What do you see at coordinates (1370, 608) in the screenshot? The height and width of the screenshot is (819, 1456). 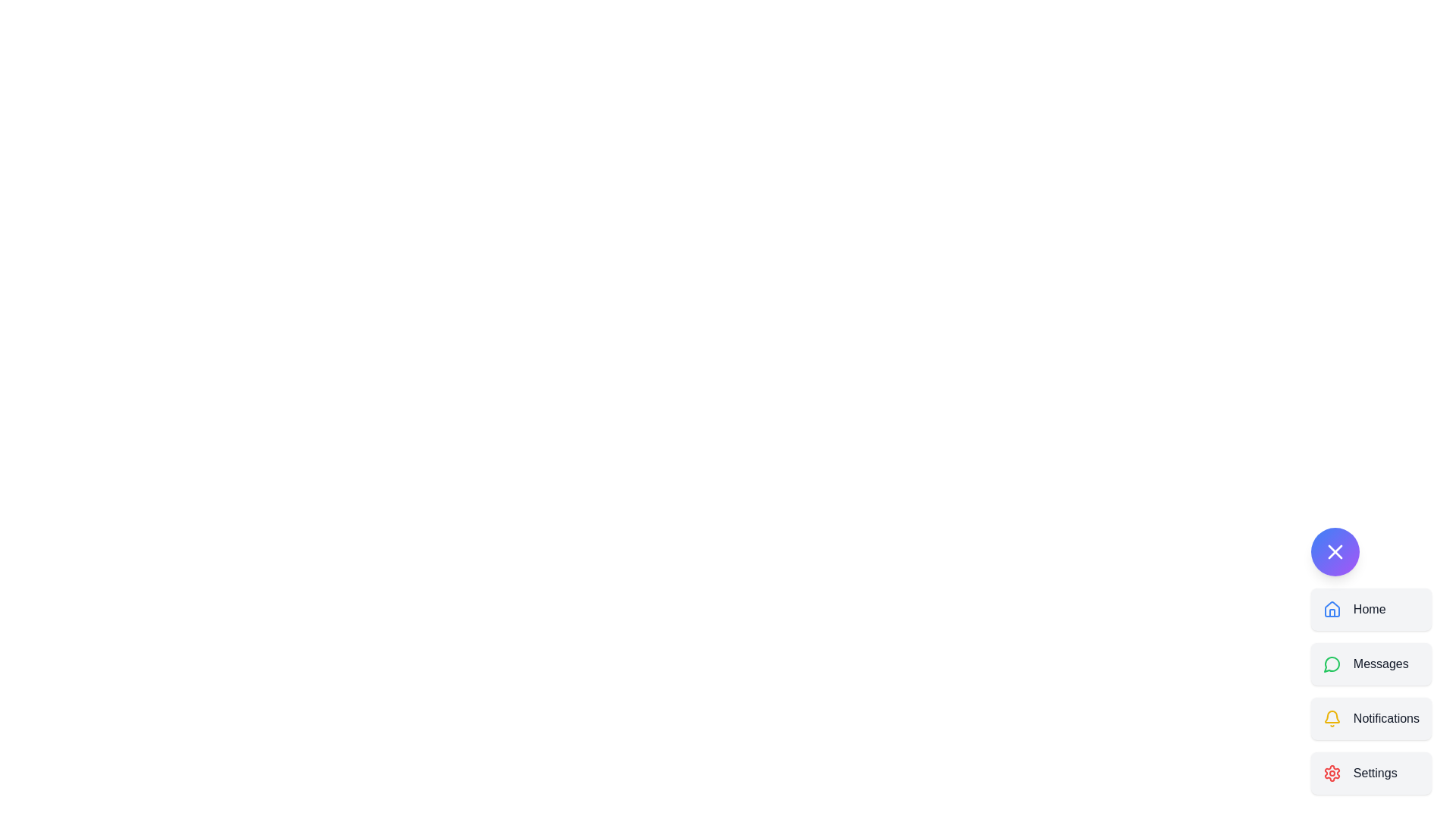 I see `the Text label indicating the Home navigation button, which is located to the right of the house-shaped icon in the first button of a vertical list of interactive elements` at bounding box center [1370, 608].